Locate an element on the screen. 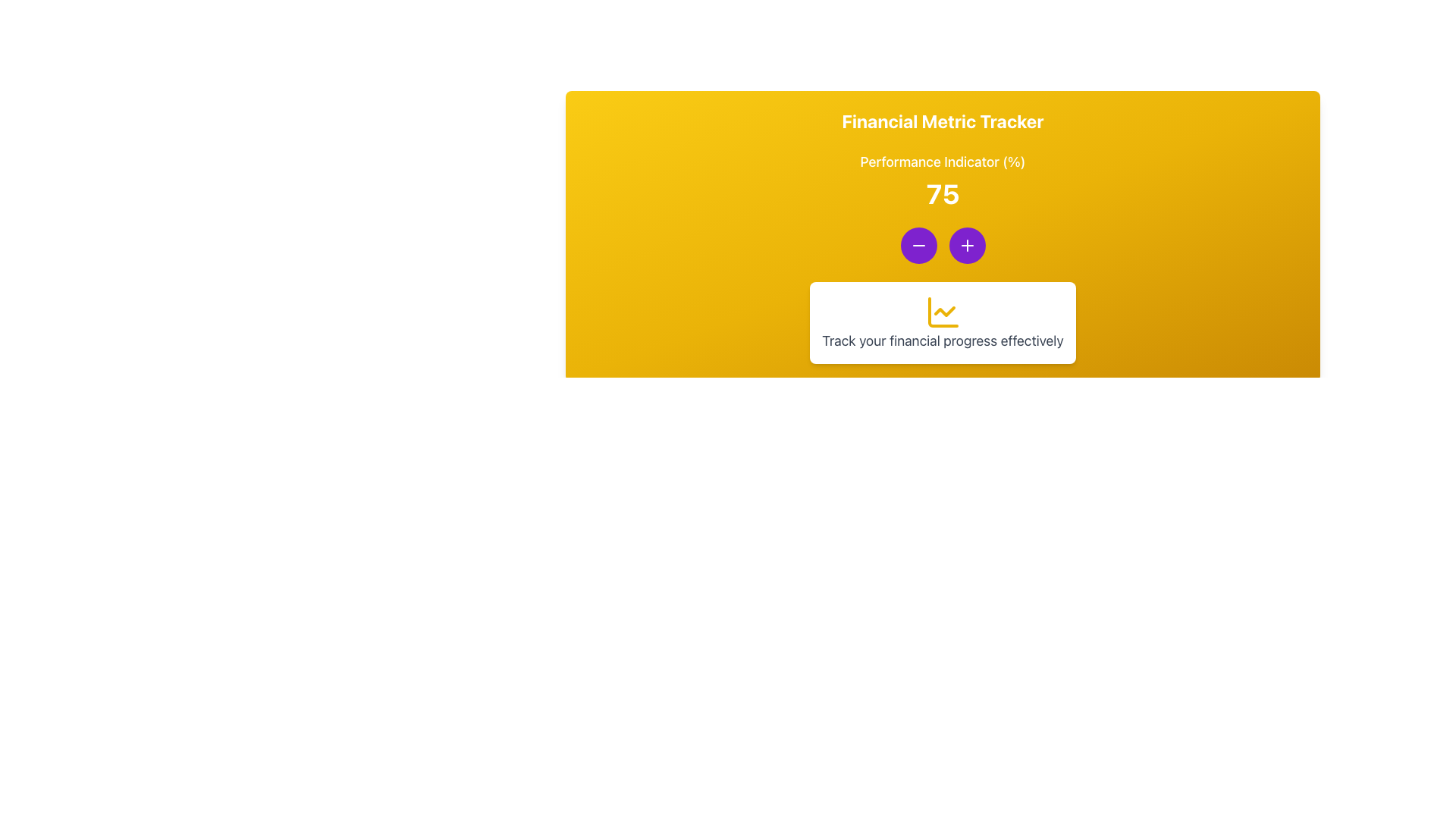  the text block containing the message 'Track your financial progress effectively' with a yellow line chart icon, located at the bottom of the 'Financial Metric Tracker' card is located at coordinates (942, 322).